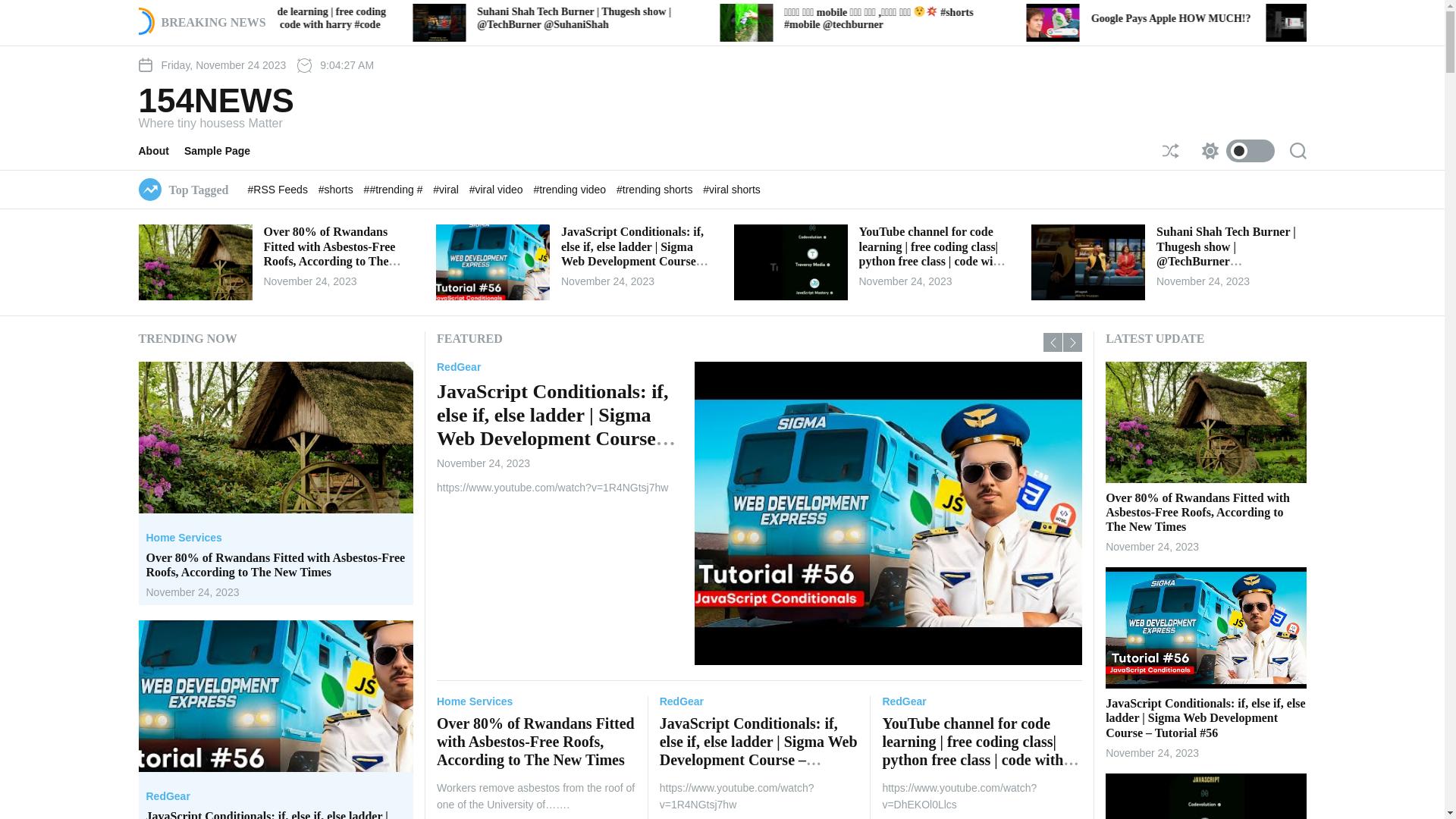  What do you see at coordinates (279, 189) in the screenshot?
I see `'#RSS Feeds'` at bounding box center [279, 189].